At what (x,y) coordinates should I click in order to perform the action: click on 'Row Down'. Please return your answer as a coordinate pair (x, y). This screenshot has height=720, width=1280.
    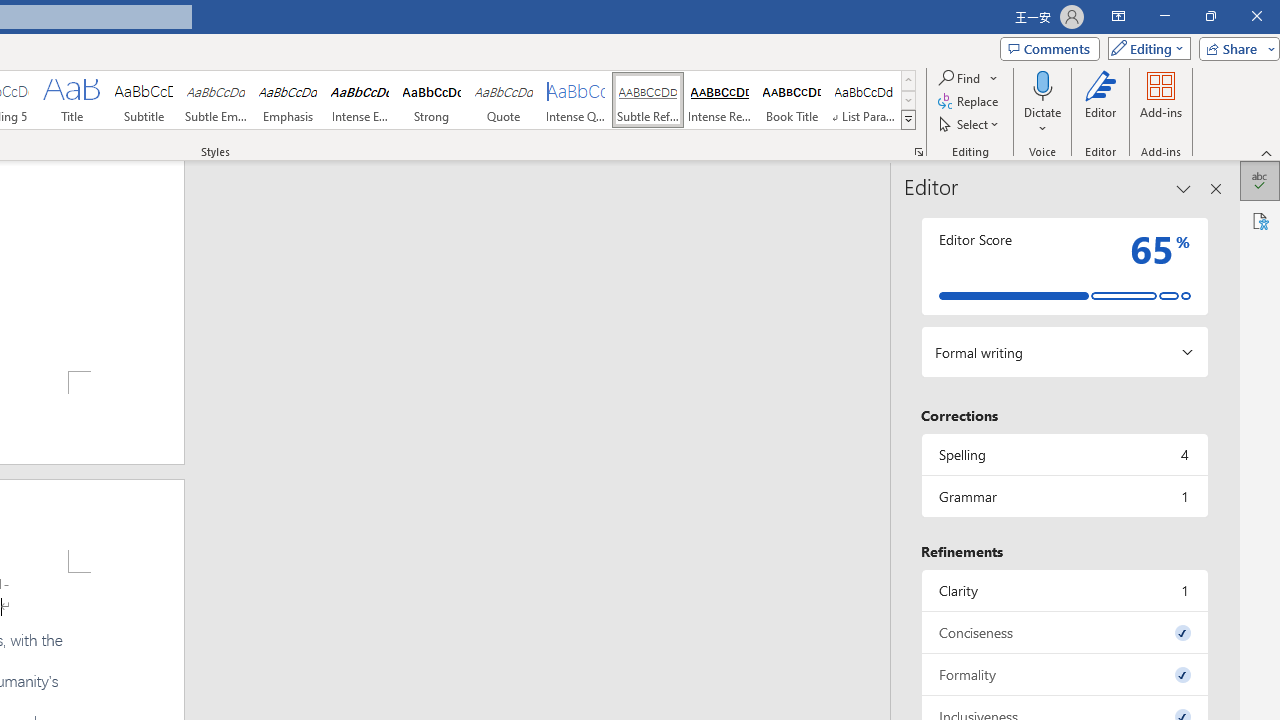
    Looking at the image, I should click on (907, 100).